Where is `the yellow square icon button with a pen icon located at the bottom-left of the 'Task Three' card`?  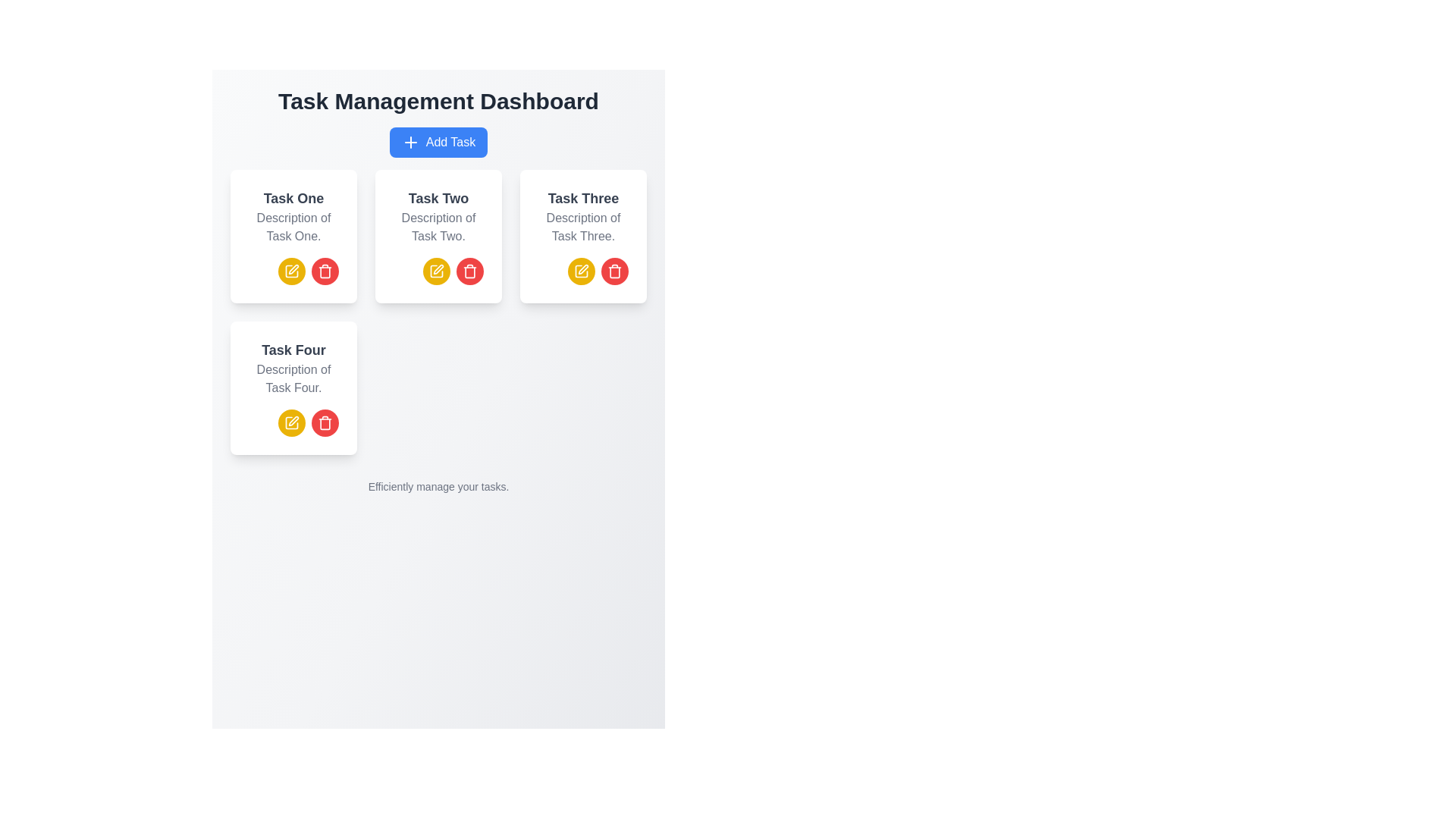 the yellow square icon button with a pen icon located at the bottom-left of the 'Task Three' card is located at coordinates (291, 271).